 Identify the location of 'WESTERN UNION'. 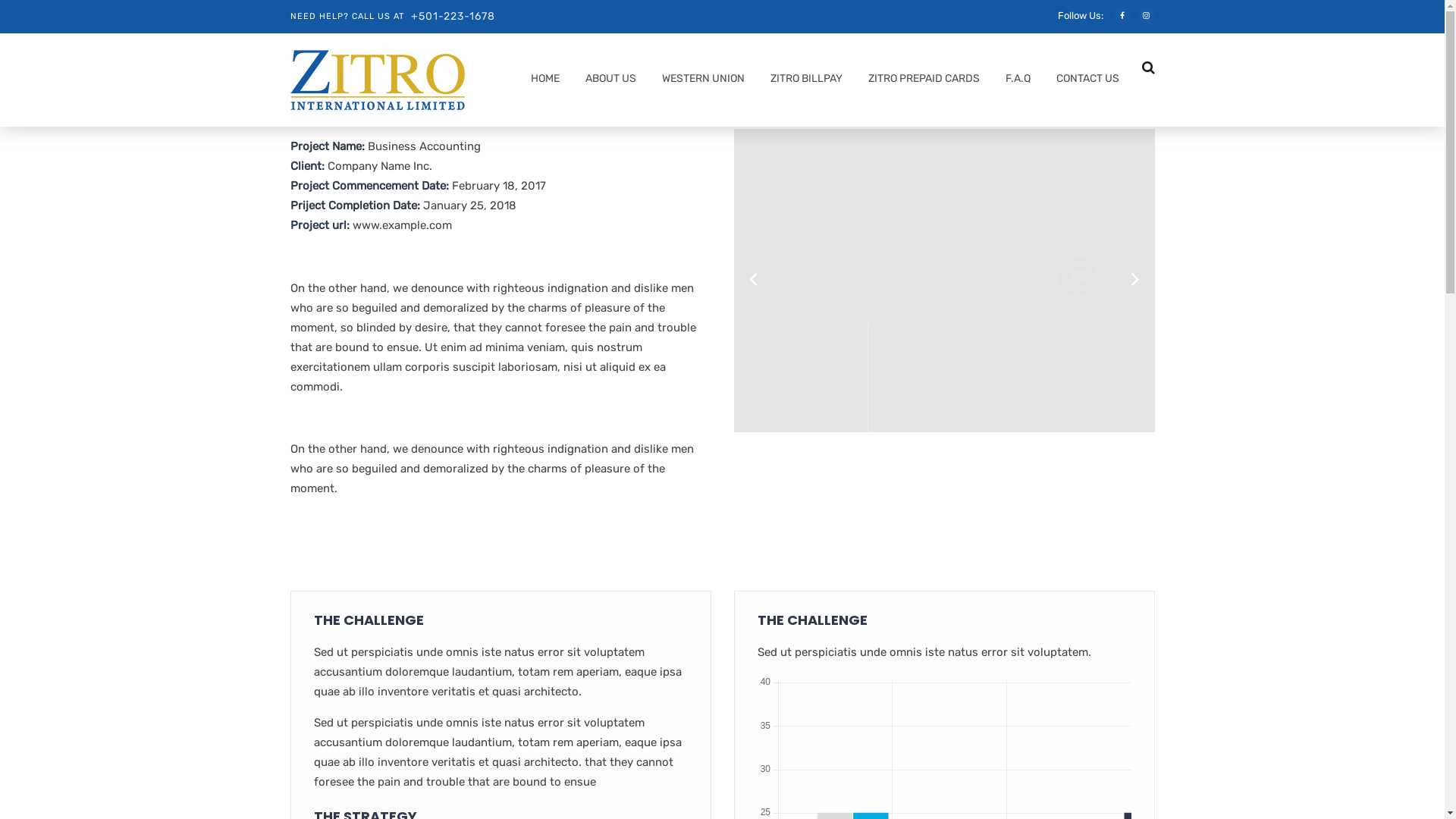
(654, 82).